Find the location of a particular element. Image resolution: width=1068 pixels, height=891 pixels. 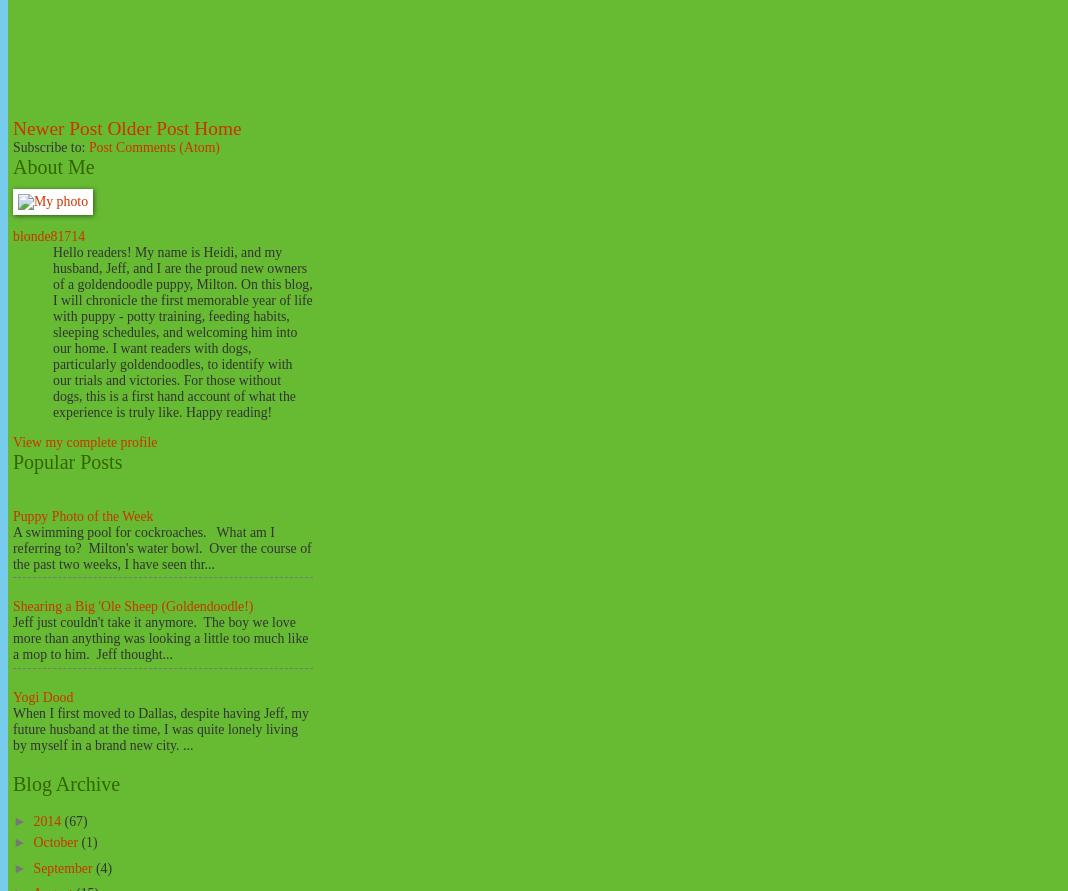

'2014' is located at coordinates (47, 820).